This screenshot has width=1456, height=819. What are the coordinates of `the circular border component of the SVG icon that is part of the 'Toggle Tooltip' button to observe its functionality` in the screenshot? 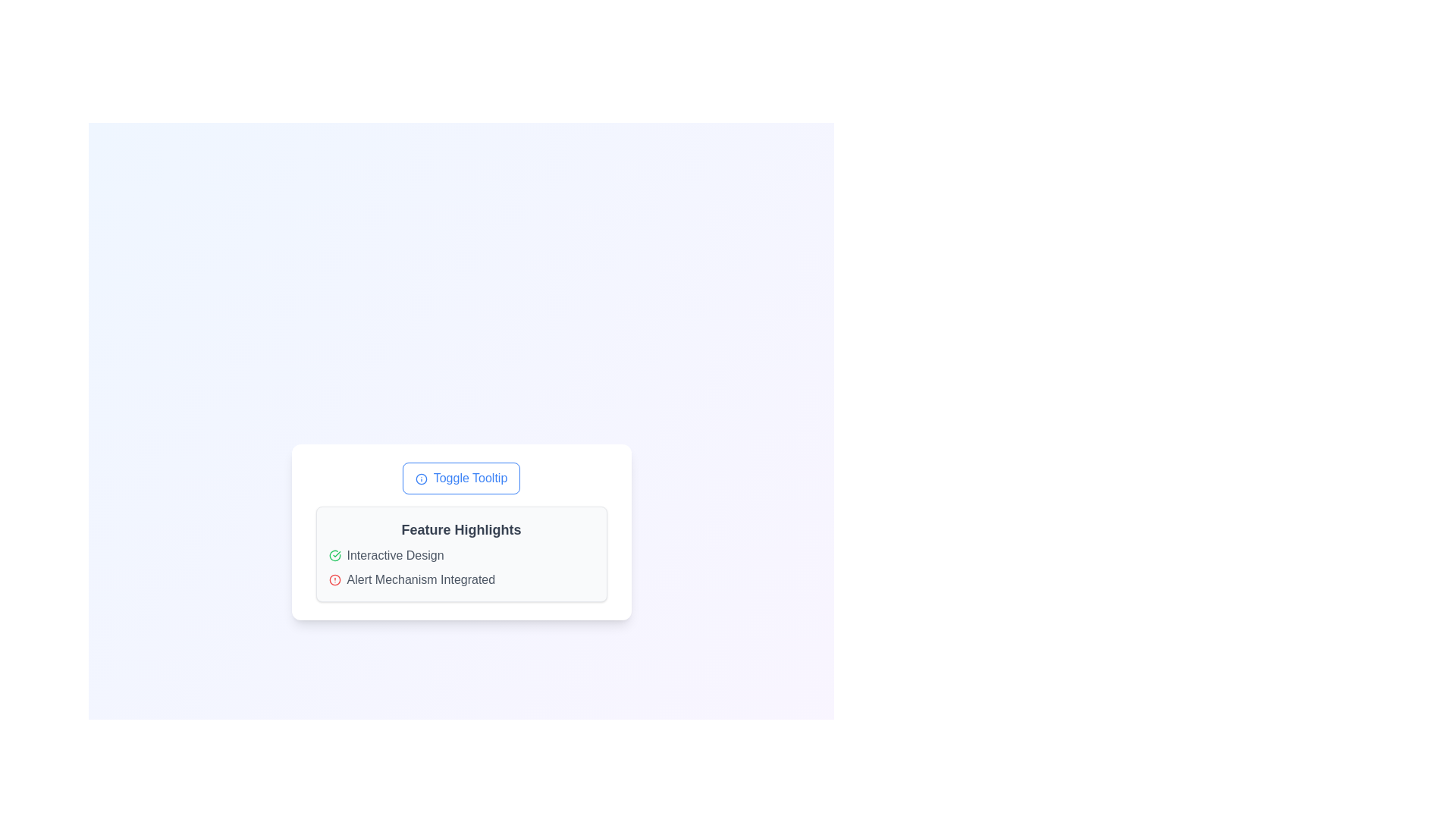 It's located at (421, 479).